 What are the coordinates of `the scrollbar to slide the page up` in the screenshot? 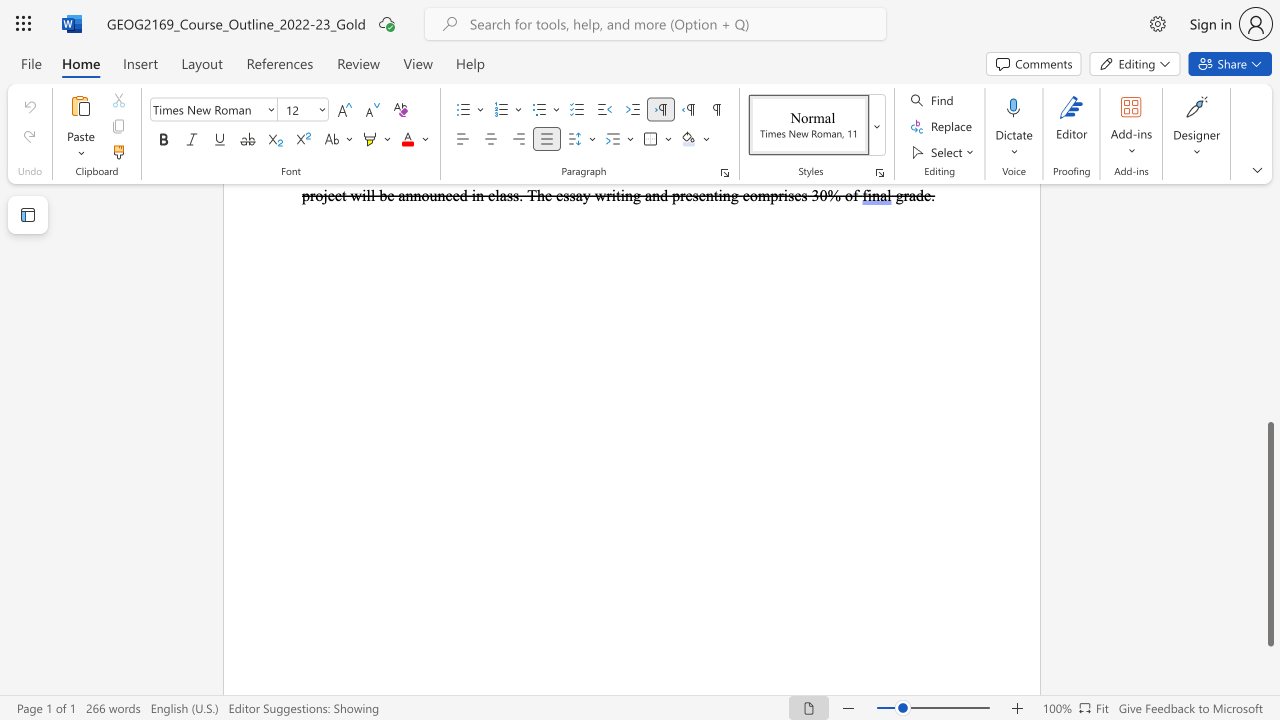 It's located at (1269, 258).